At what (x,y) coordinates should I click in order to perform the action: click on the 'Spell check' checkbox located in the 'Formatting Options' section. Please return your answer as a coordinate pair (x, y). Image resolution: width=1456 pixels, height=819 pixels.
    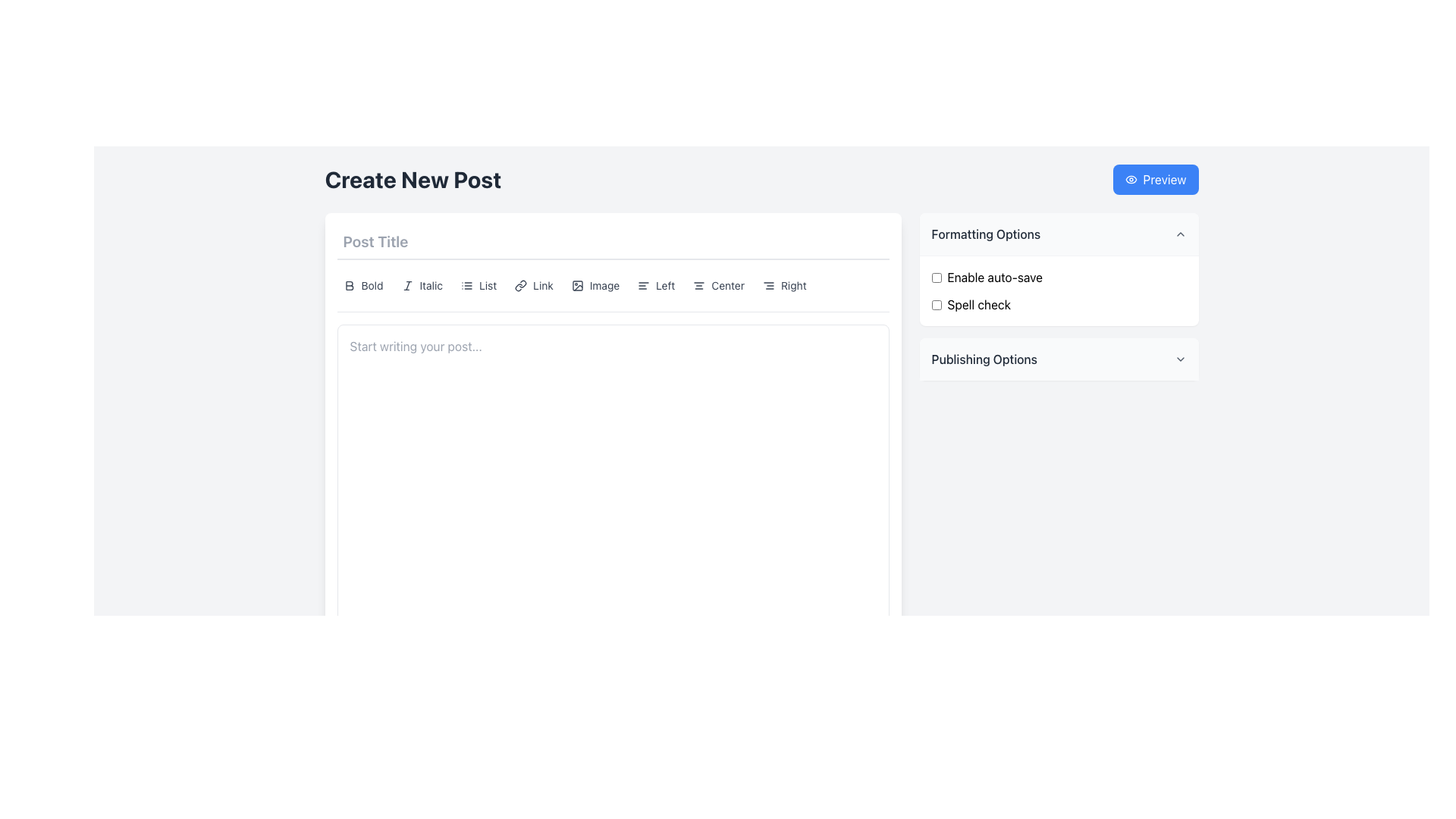
    Looking at the image, I should click on (1058, 304).